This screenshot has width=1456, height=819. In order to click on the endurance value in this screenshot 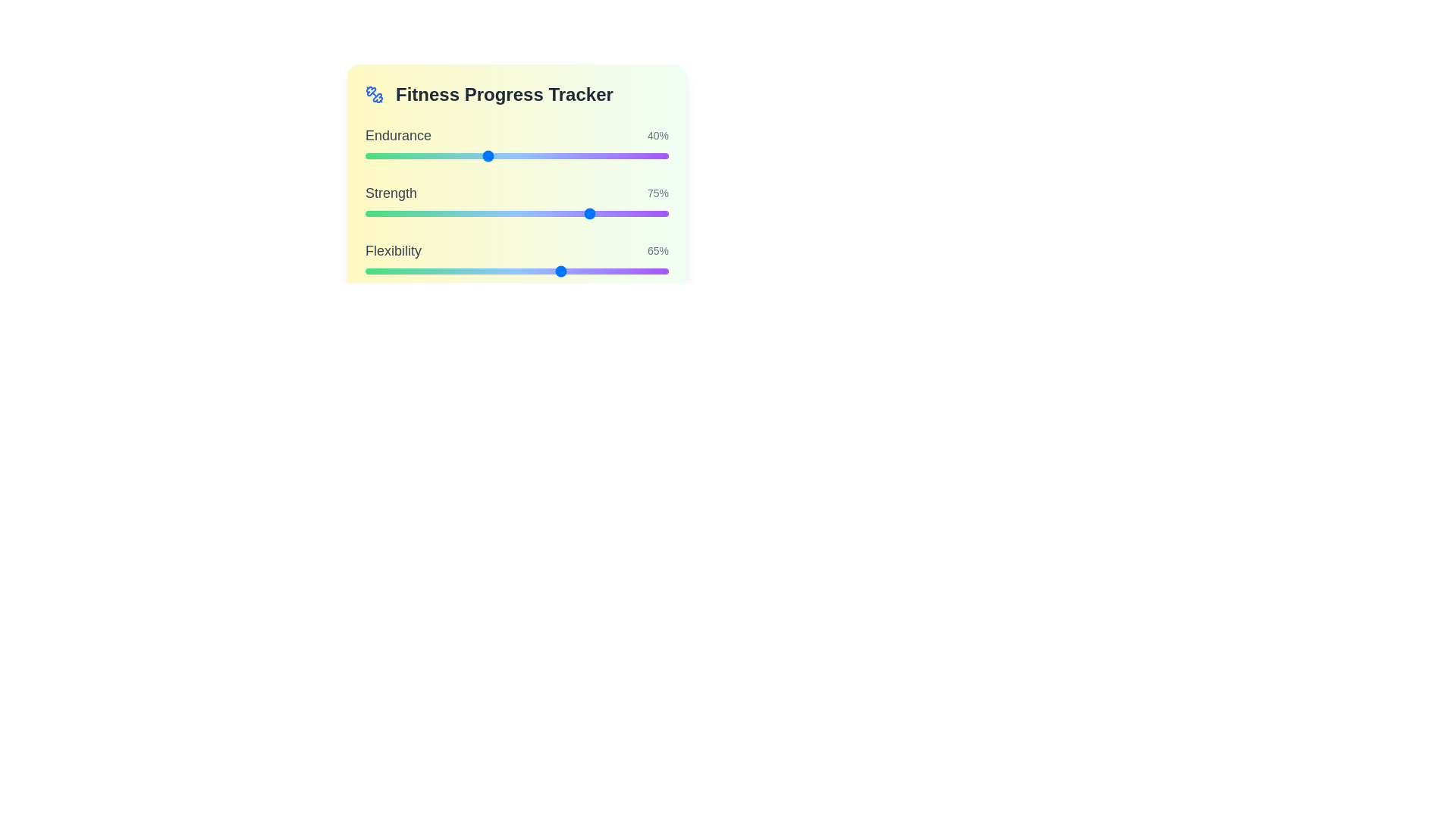, I will do `click(465, 155)`.